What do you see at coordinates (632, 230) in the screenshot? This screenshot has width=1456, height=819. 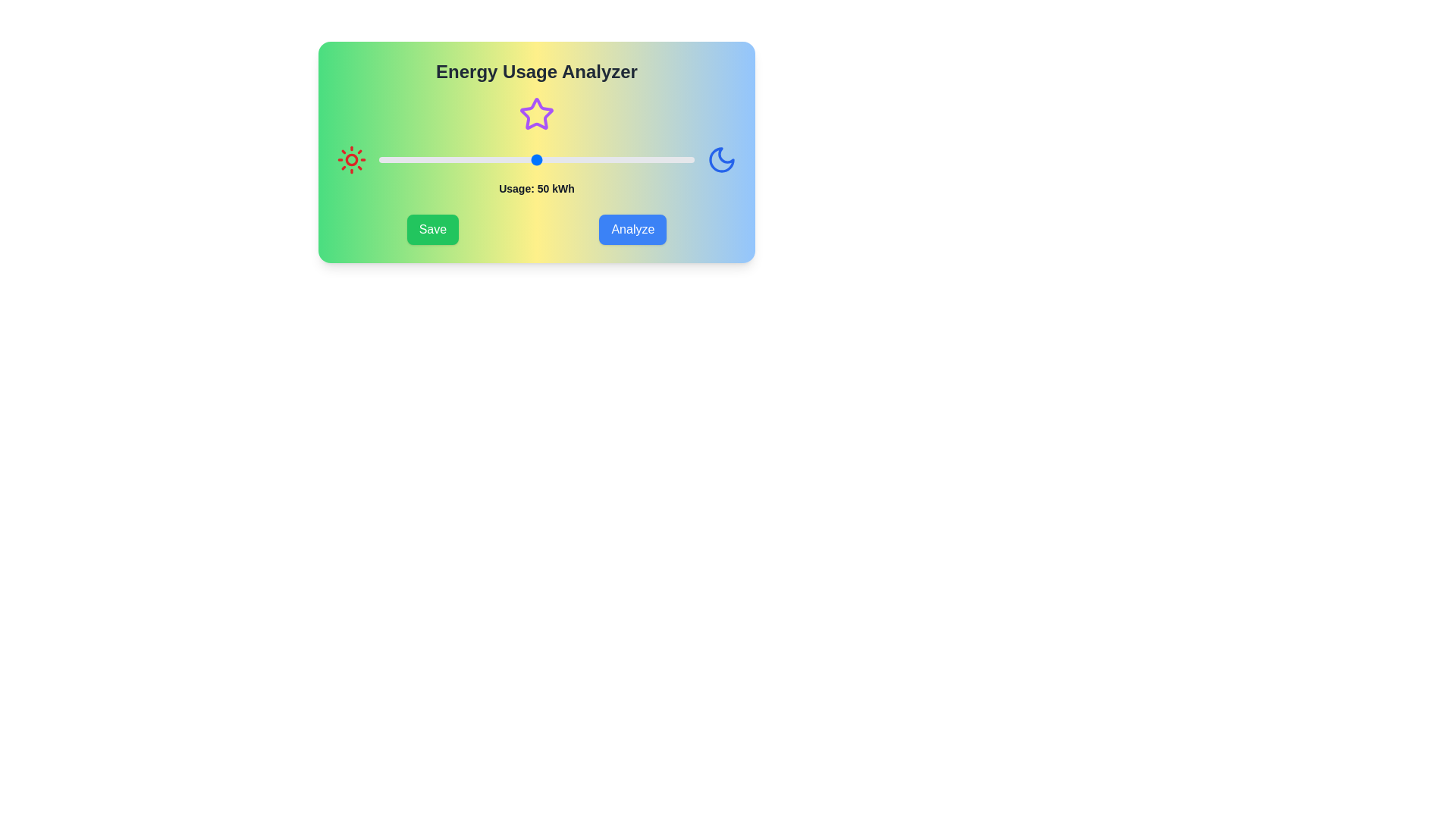 I see `the 'Analyze' button to initiate the analysis process` at bounding box center [632, 230].